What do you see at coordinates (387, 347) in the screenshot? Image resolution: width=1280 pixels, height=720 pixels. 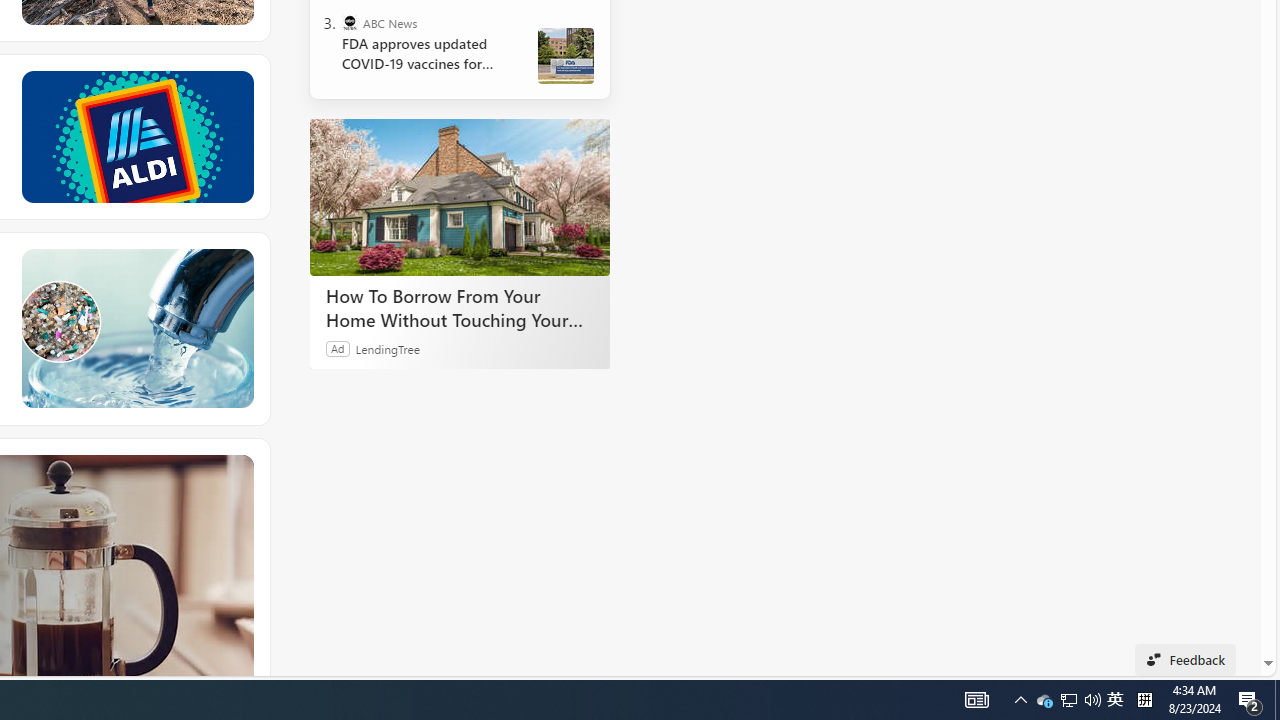 I see `'LendingTree'` at bounding box center [387, 347].